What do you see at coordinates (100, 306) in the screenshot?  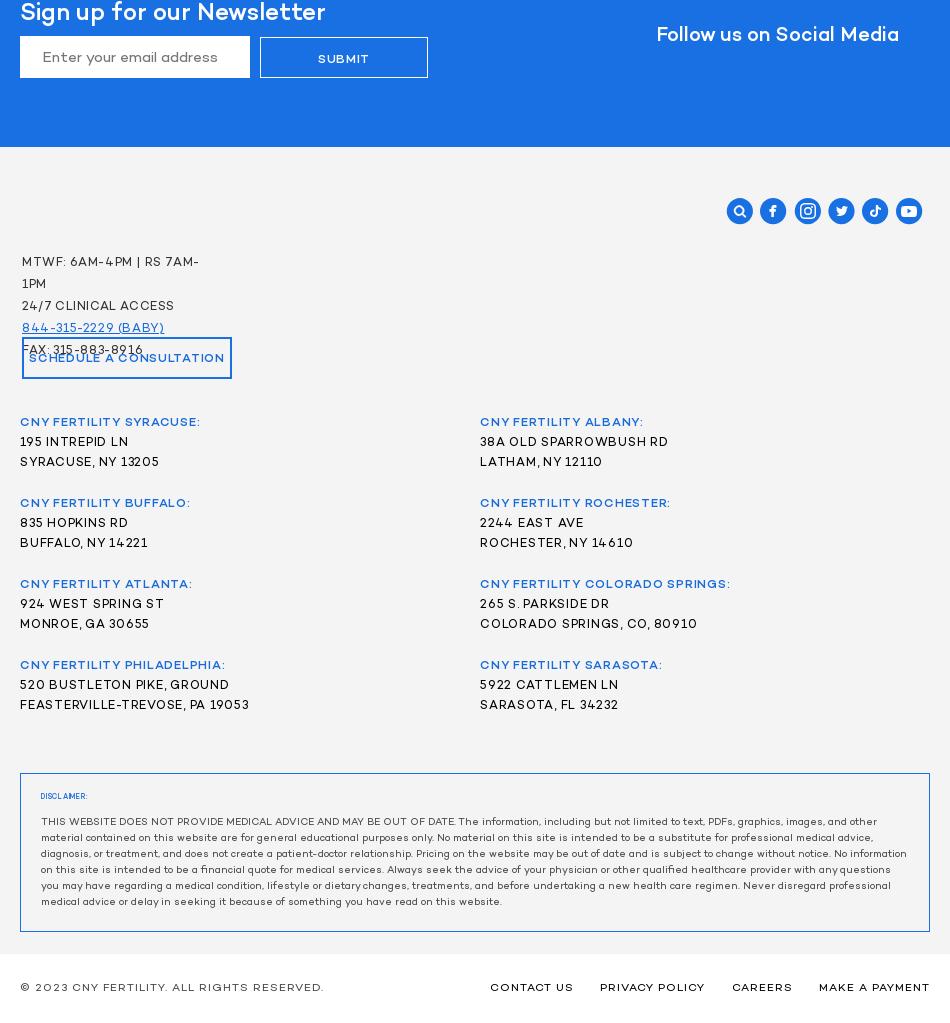 I see `'24/7 CLINICAL ACCESS'` at bounding box center [100, 306].